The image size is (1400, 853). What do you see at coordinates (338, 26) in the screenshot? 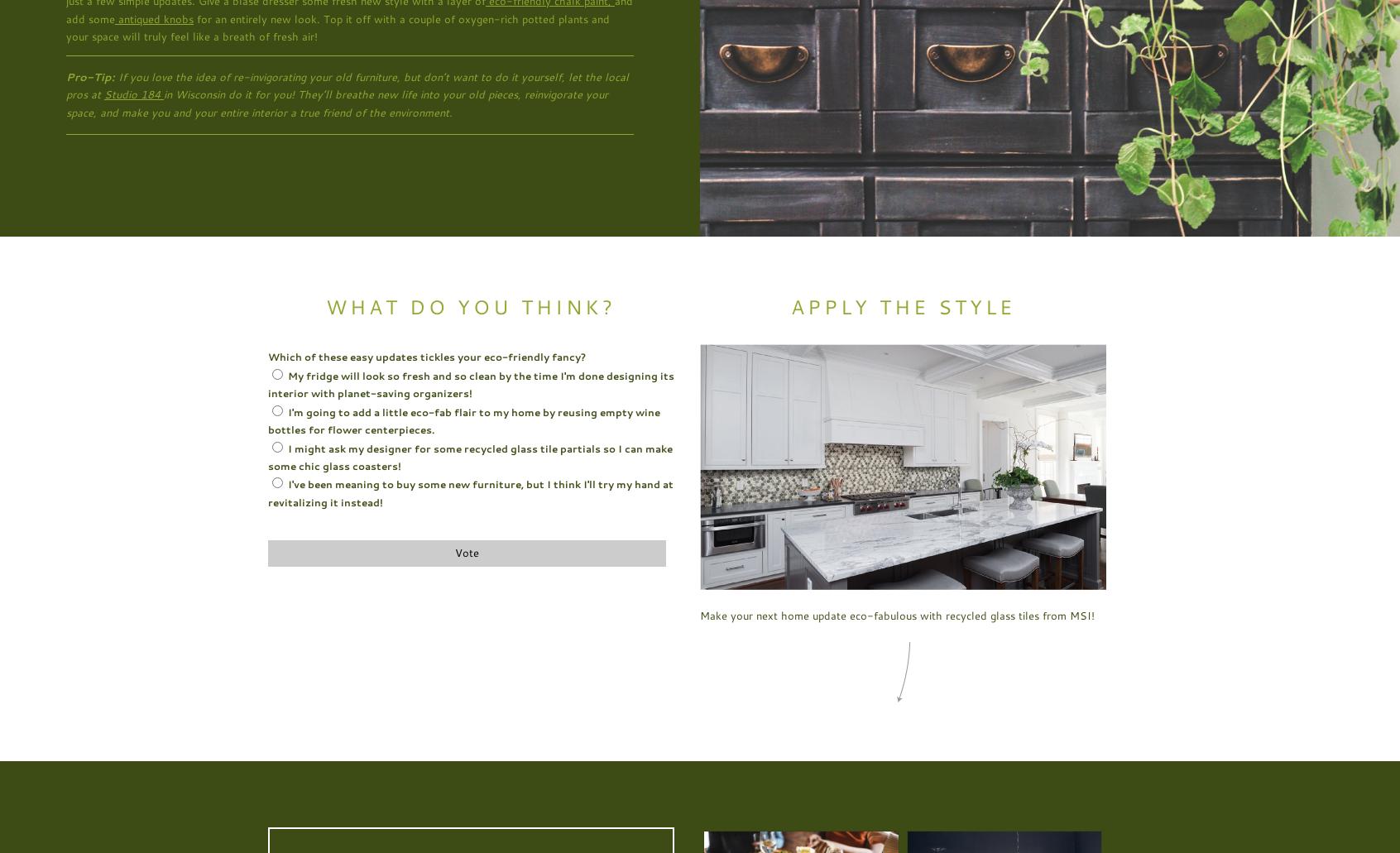
I see `'for an entirely new look. Top it off with a couple of oxygen-rich potted plants and your space will truly feel like a breath of fresh air!'` at bounding box center [338, 26].